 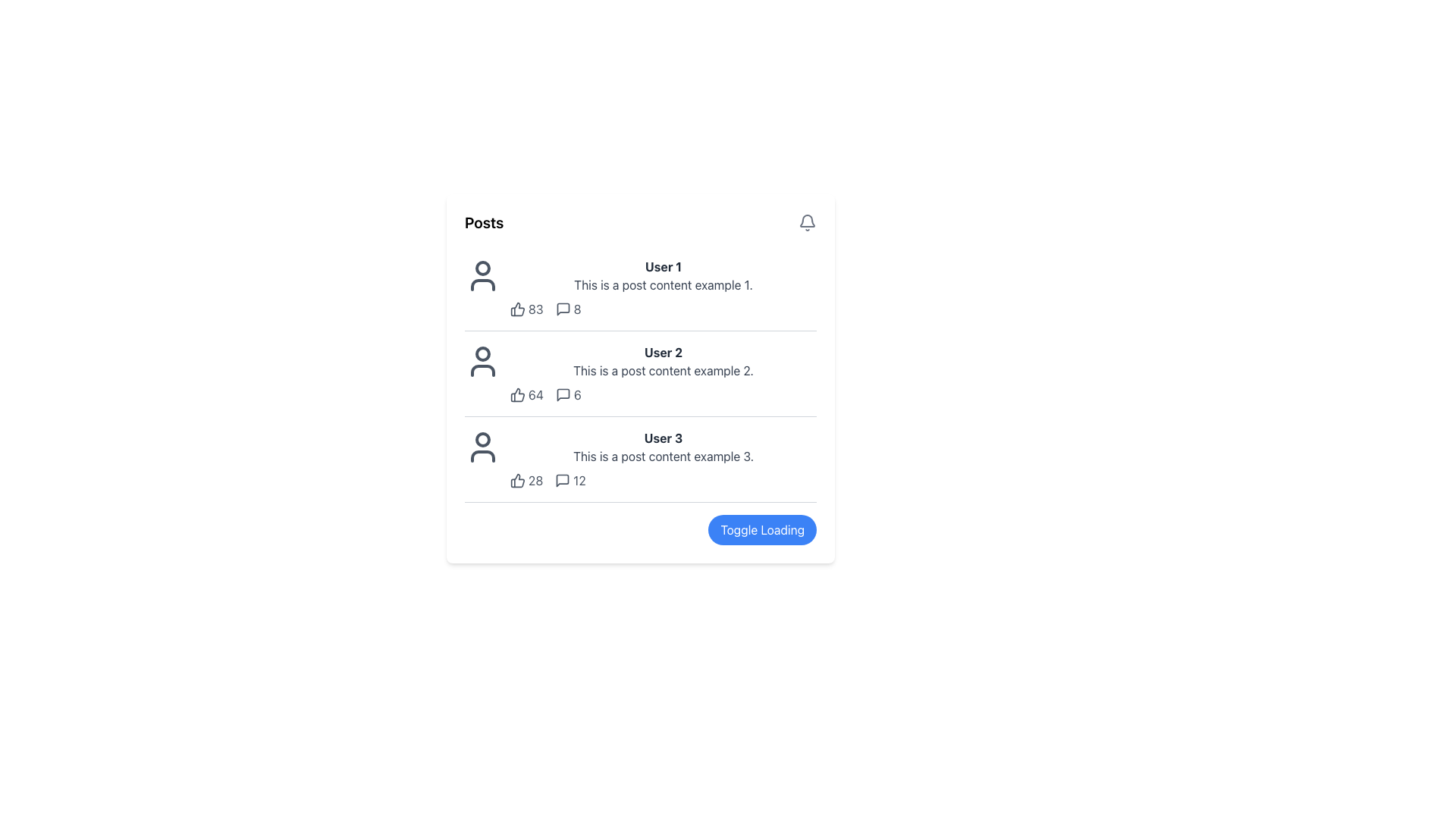 What do you see at coordinates (663, 288) in the screenshot?
I see `the Post Display Block authored by 'User 1'` at bounding box center [663, 288].